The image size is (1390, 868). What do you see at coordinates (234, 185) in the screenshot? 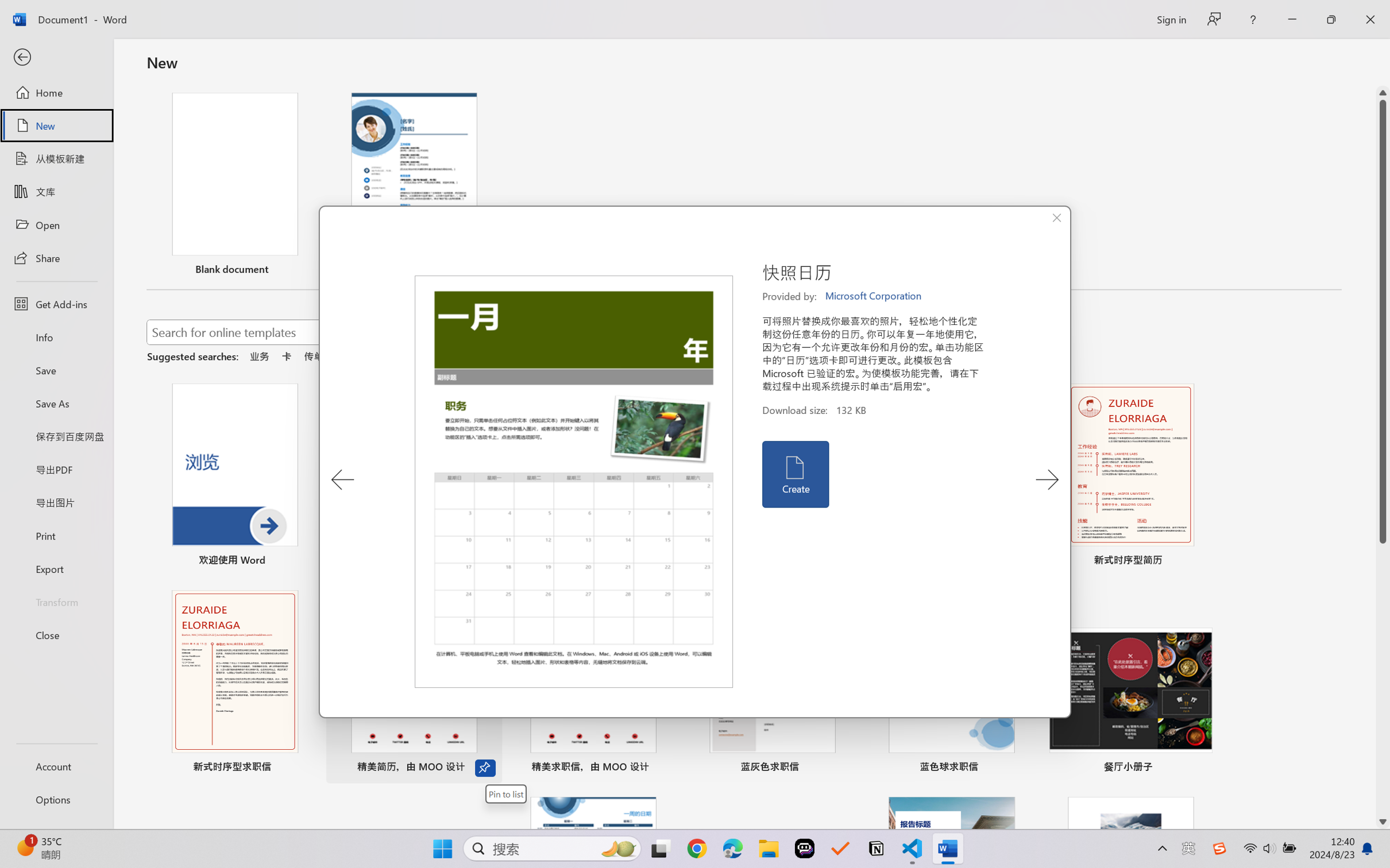
I see `'Blank document'` at bounding box center [234, 185].